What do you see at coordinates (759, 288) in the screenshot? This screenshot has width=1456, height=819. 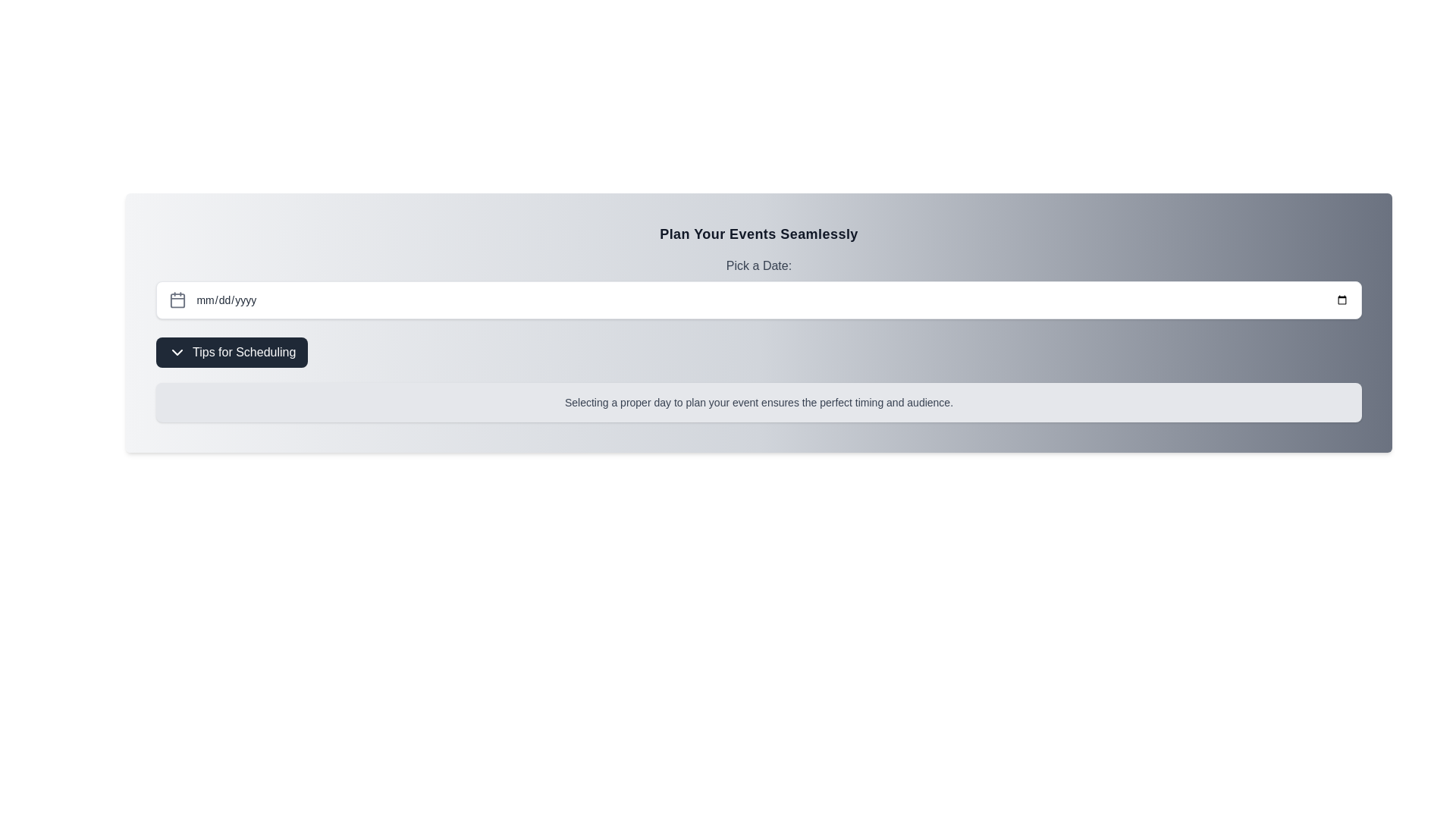 I see `the label with the text 'Pick a Date:' that is styled with a medium gray font and located above the date picker input field` at bounding box center [759, 288].